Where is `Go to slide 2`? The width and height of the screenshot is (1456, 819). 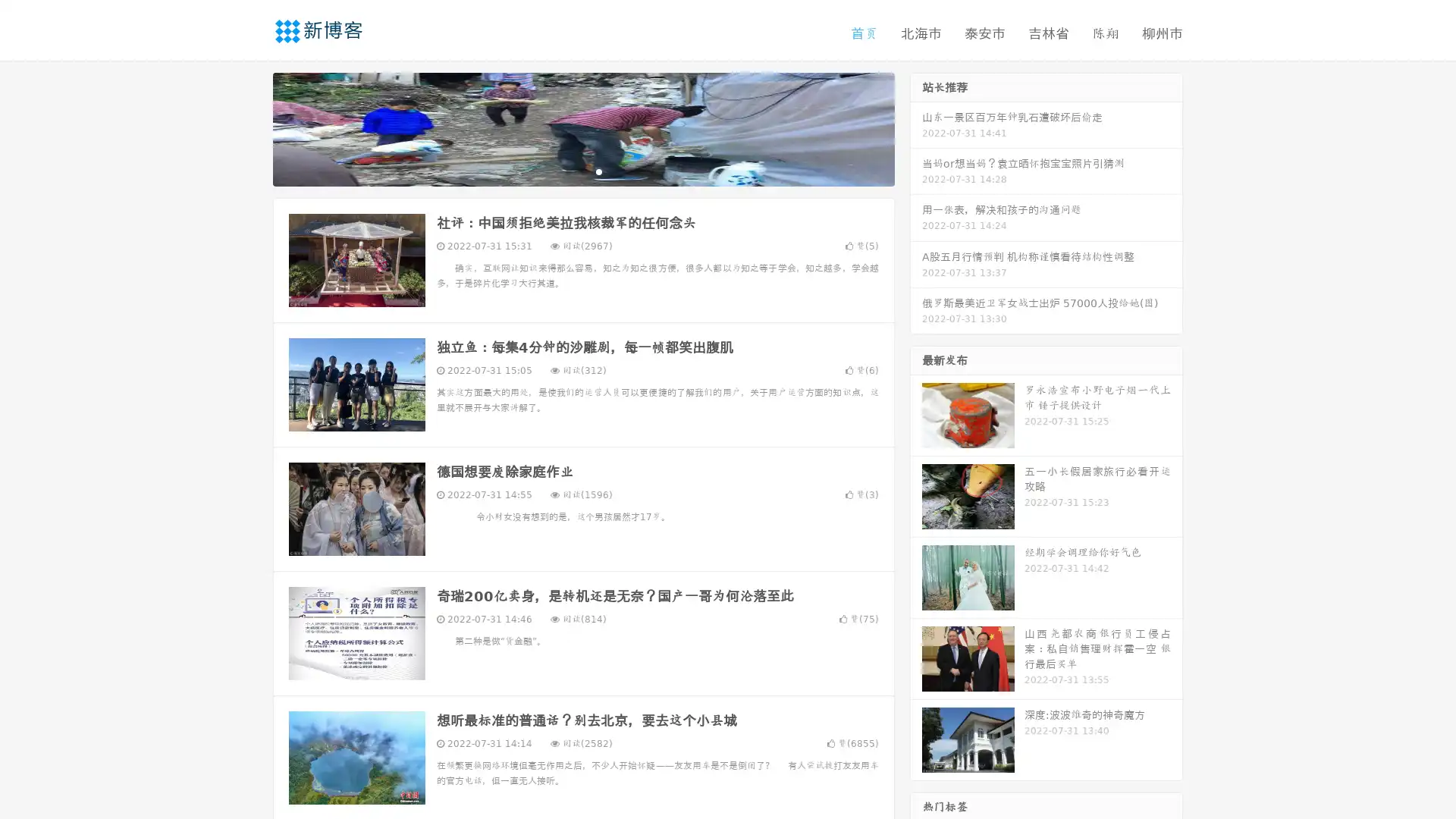 Go to slide 2 is located at coordinates (582, 171).